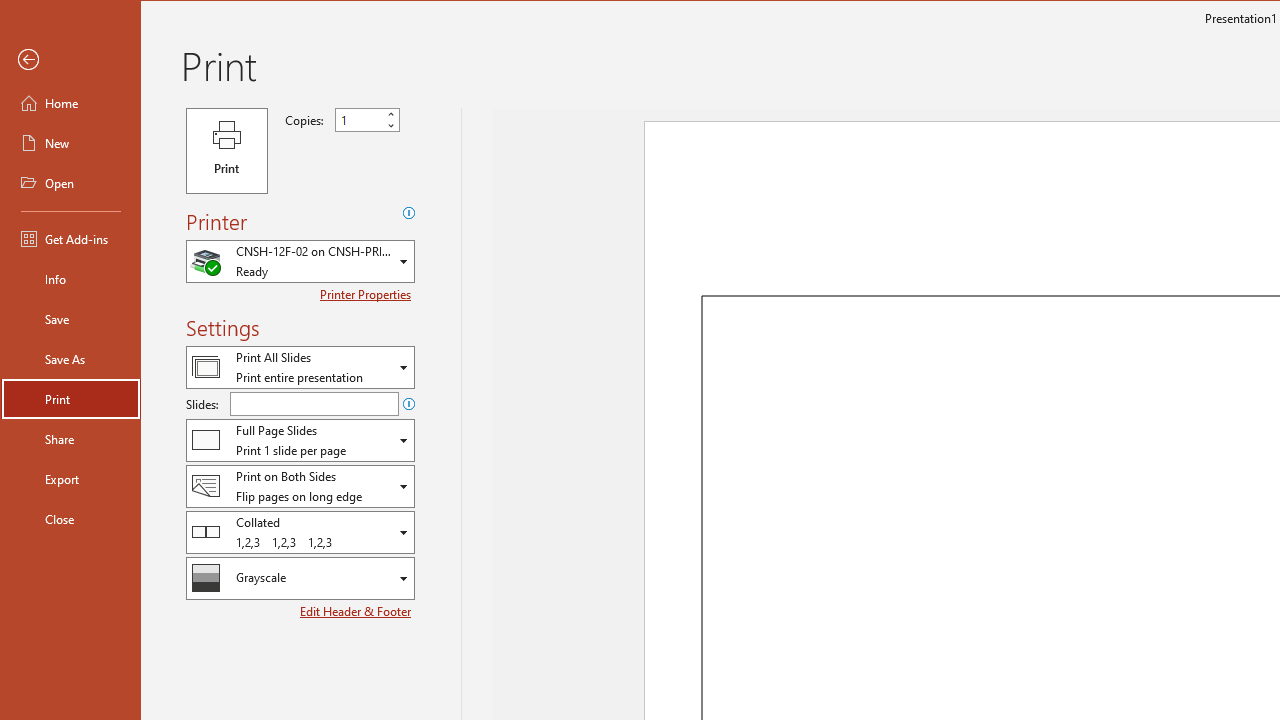 The height and width of the screenshot is (720, 1280). Describe the element at coordinates (358, 119) in the screenshot. I see `'Copies'` at that location.